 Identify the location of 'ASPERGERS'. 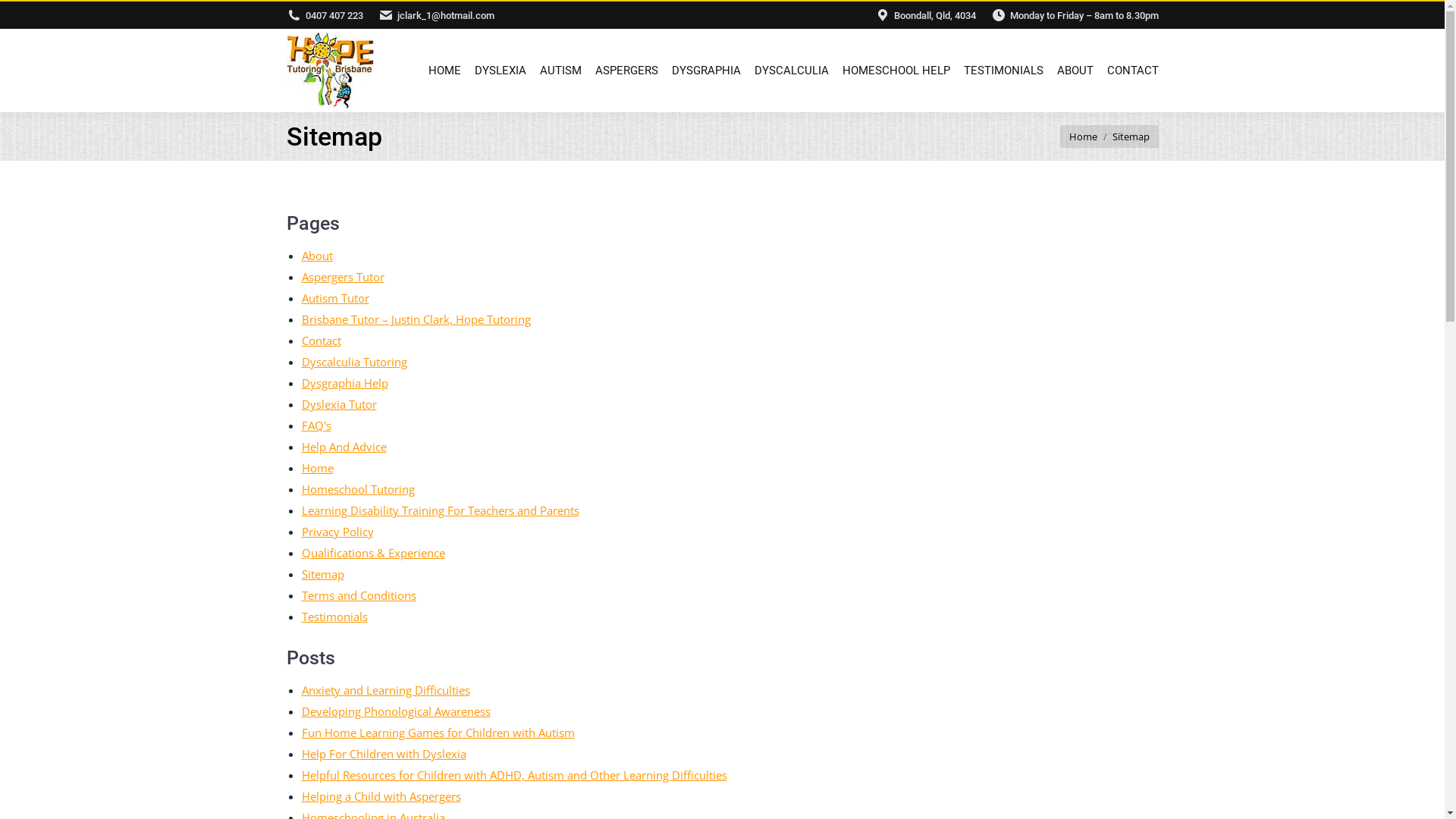
(623, 70).